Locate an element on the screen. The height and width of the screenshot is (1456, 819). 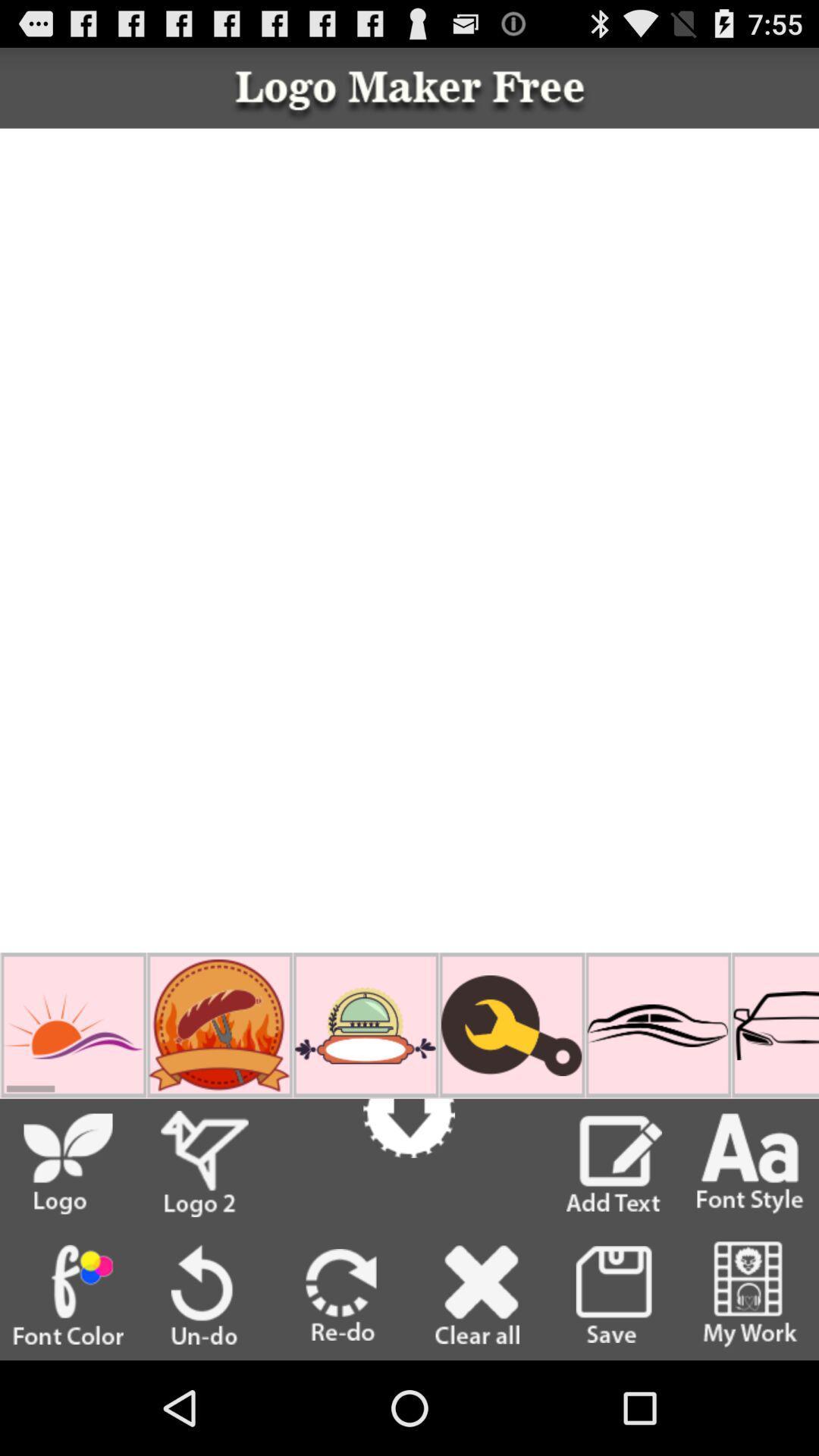
the edit icon is located at coordinates (614, 1245).